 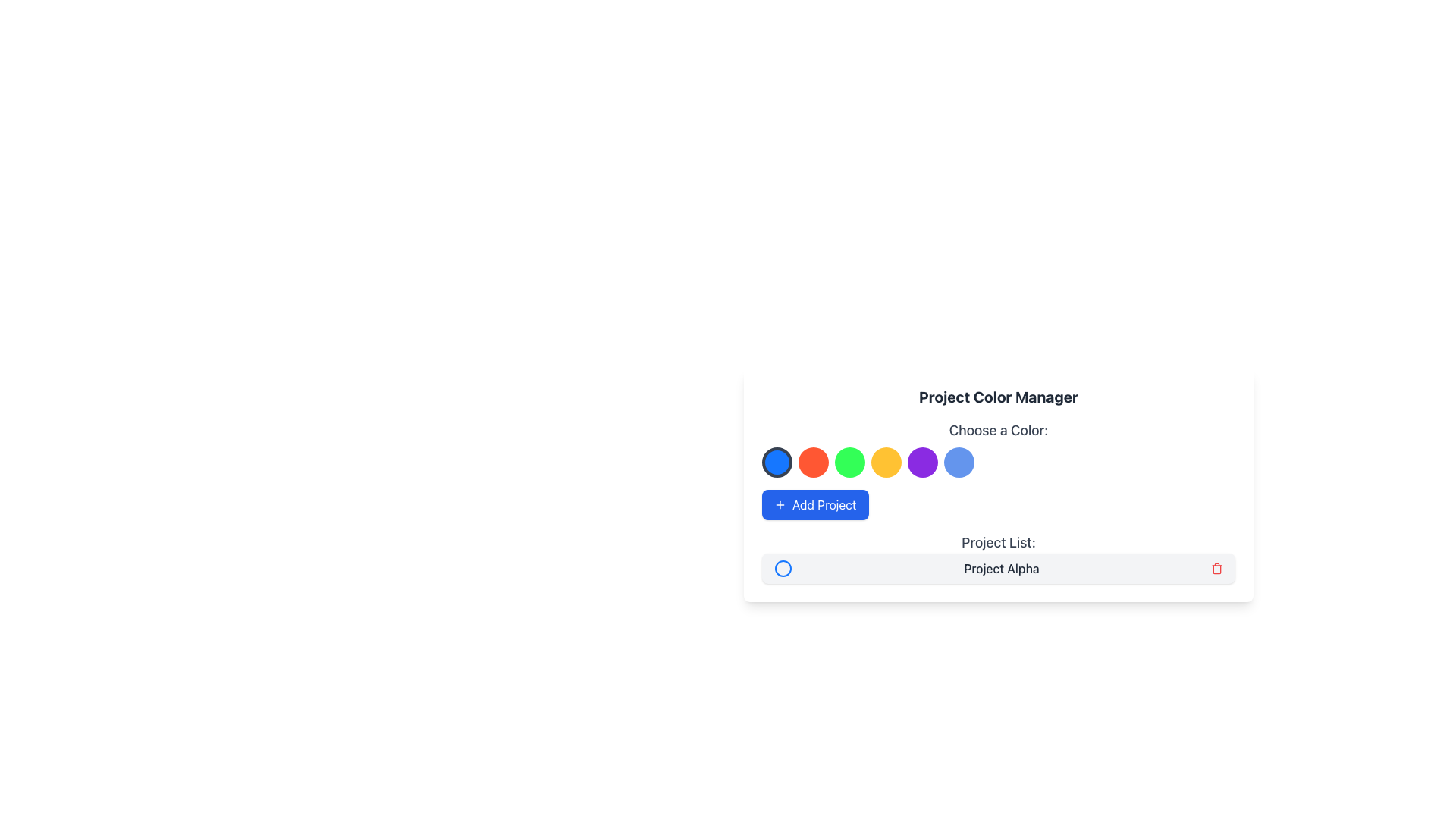 I want to click on the vibrant orange circular button, which is the second button in a row of six, so click(x=813, y=461).